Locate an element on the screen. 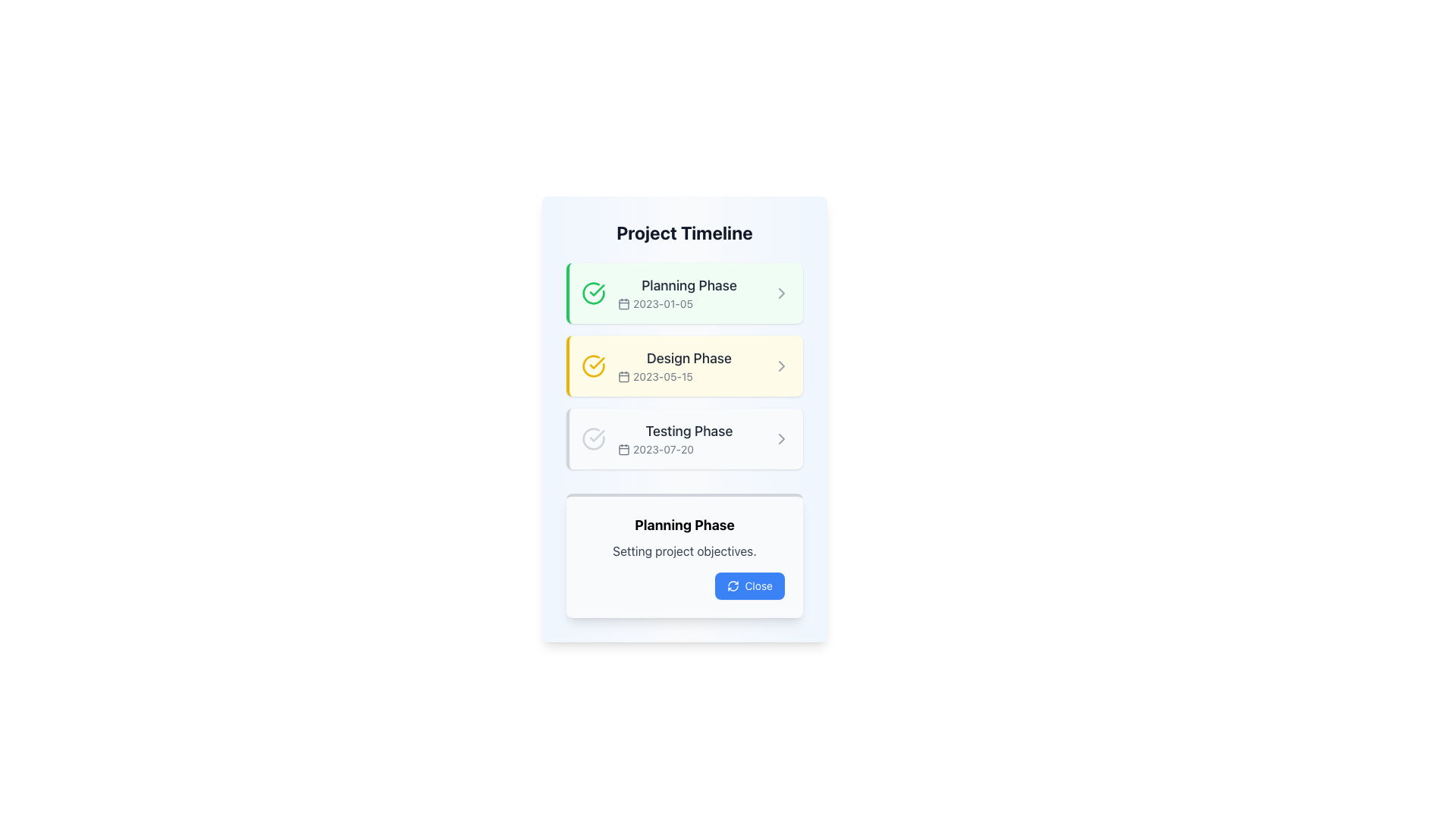  the small green checkmark icon in the 'Planning Phase' card is located at coordinates (596, 290).